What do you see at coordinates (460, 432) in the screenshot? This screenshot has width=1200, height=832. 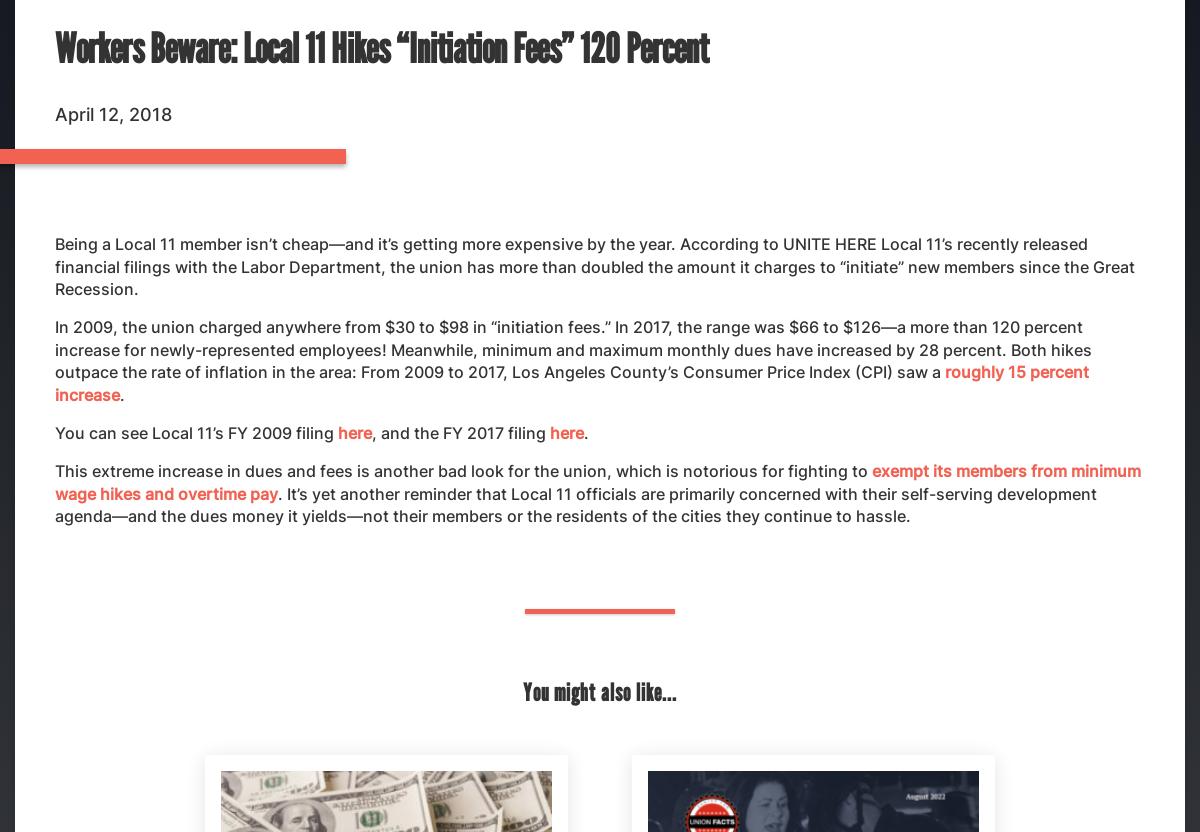 I see `', and the FY 2017 filing'` at bounding box center [460, 432].